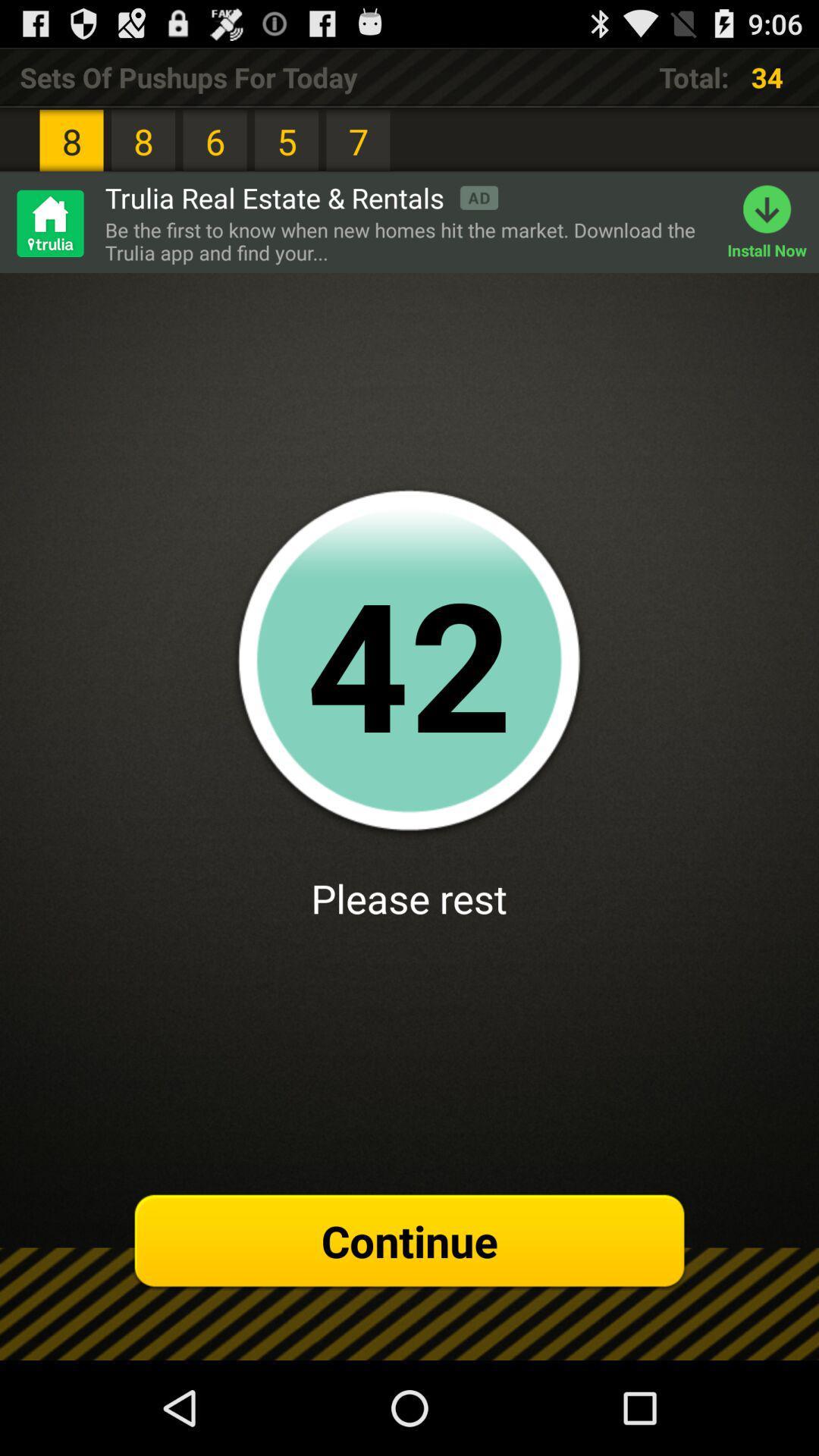 The image size is (819, 1456). Describe the element at coordinates (49, 222) in the screenshot. I see `home page` at that location.